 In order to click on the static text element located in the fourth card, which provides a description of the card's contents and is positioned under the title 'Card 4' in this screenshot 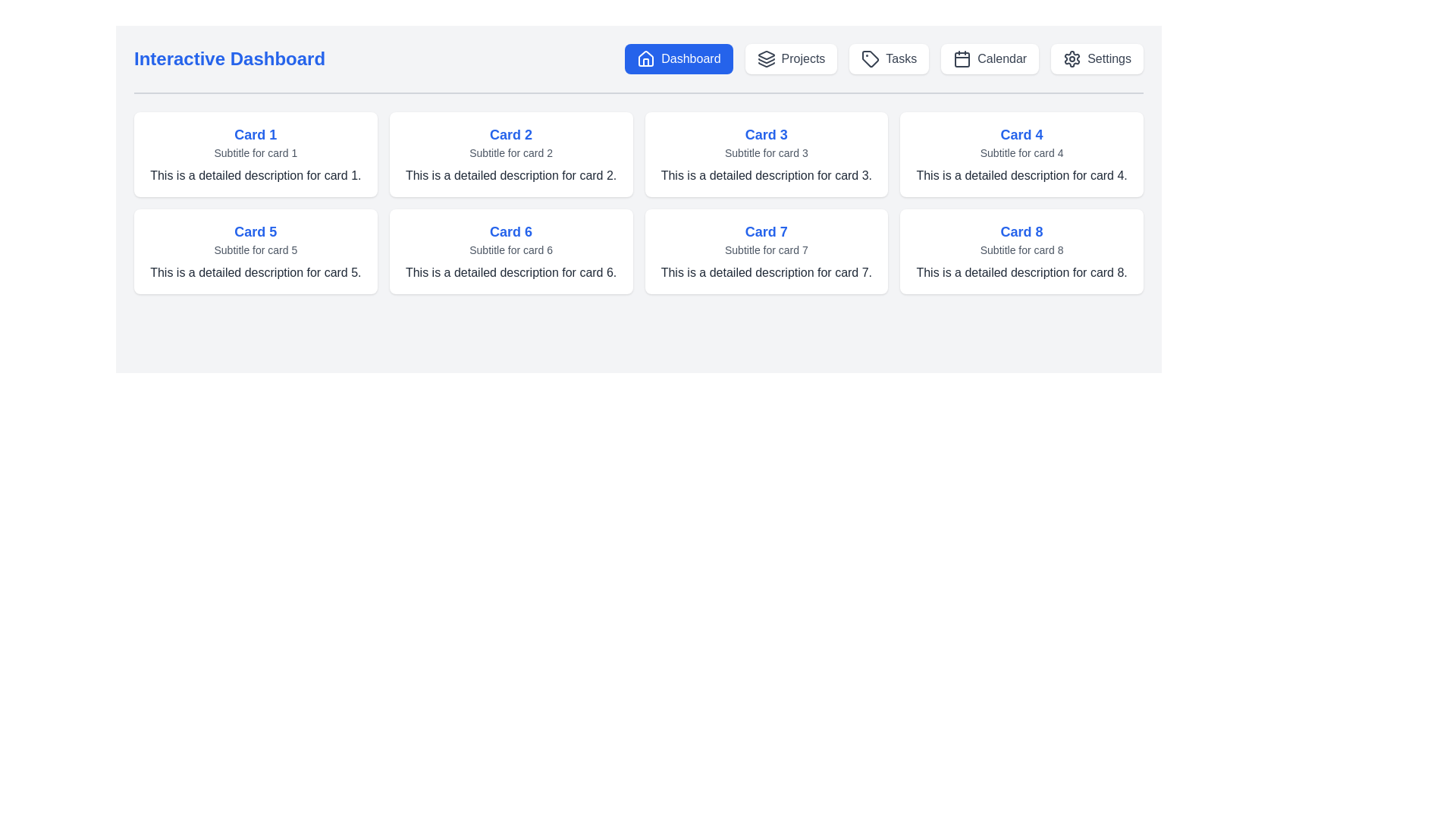, I will do `click(1021, 174)`.